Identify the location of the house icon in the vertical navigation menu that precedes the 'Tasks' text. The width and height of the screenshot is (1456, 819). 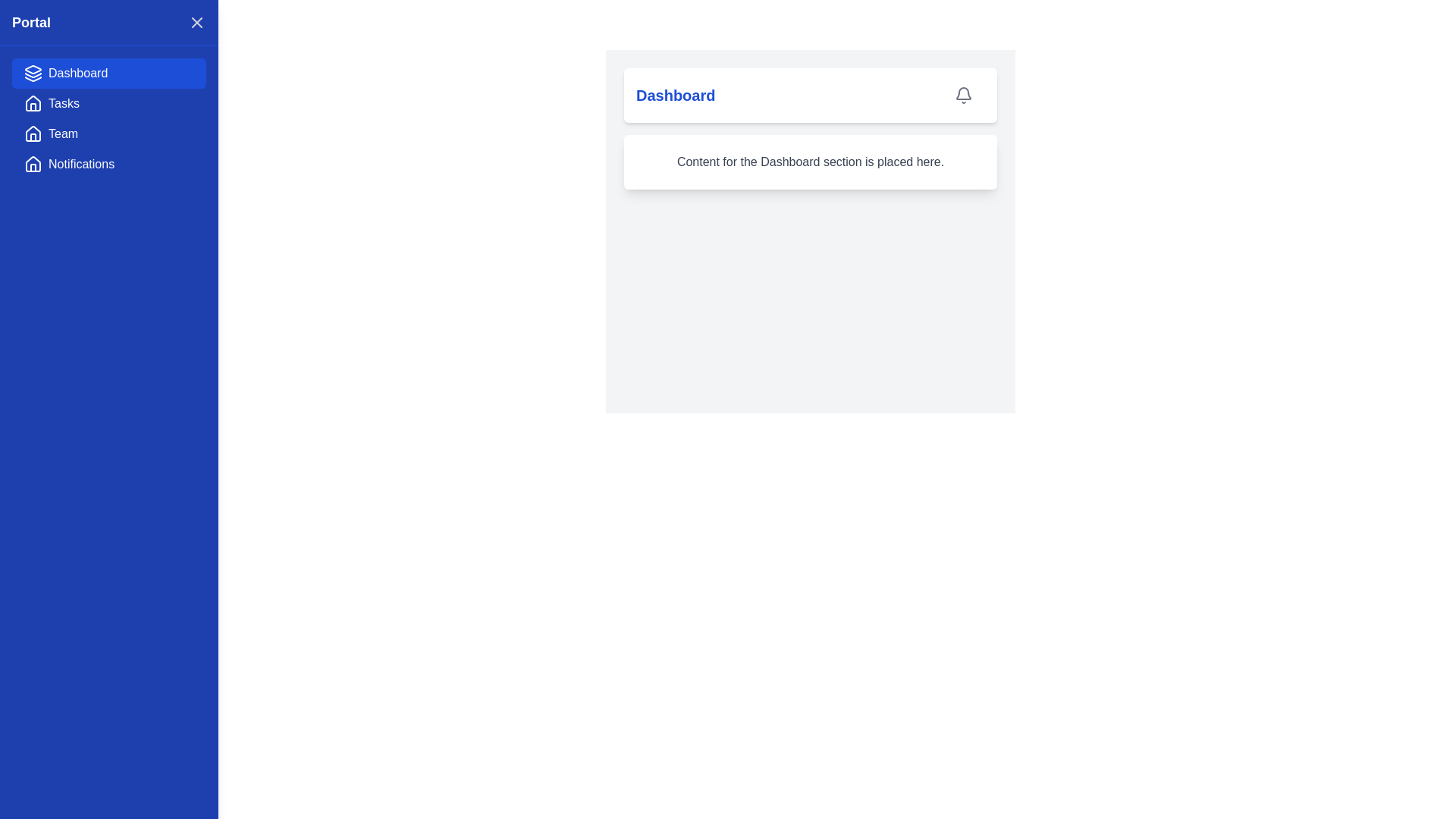
(33, 103).